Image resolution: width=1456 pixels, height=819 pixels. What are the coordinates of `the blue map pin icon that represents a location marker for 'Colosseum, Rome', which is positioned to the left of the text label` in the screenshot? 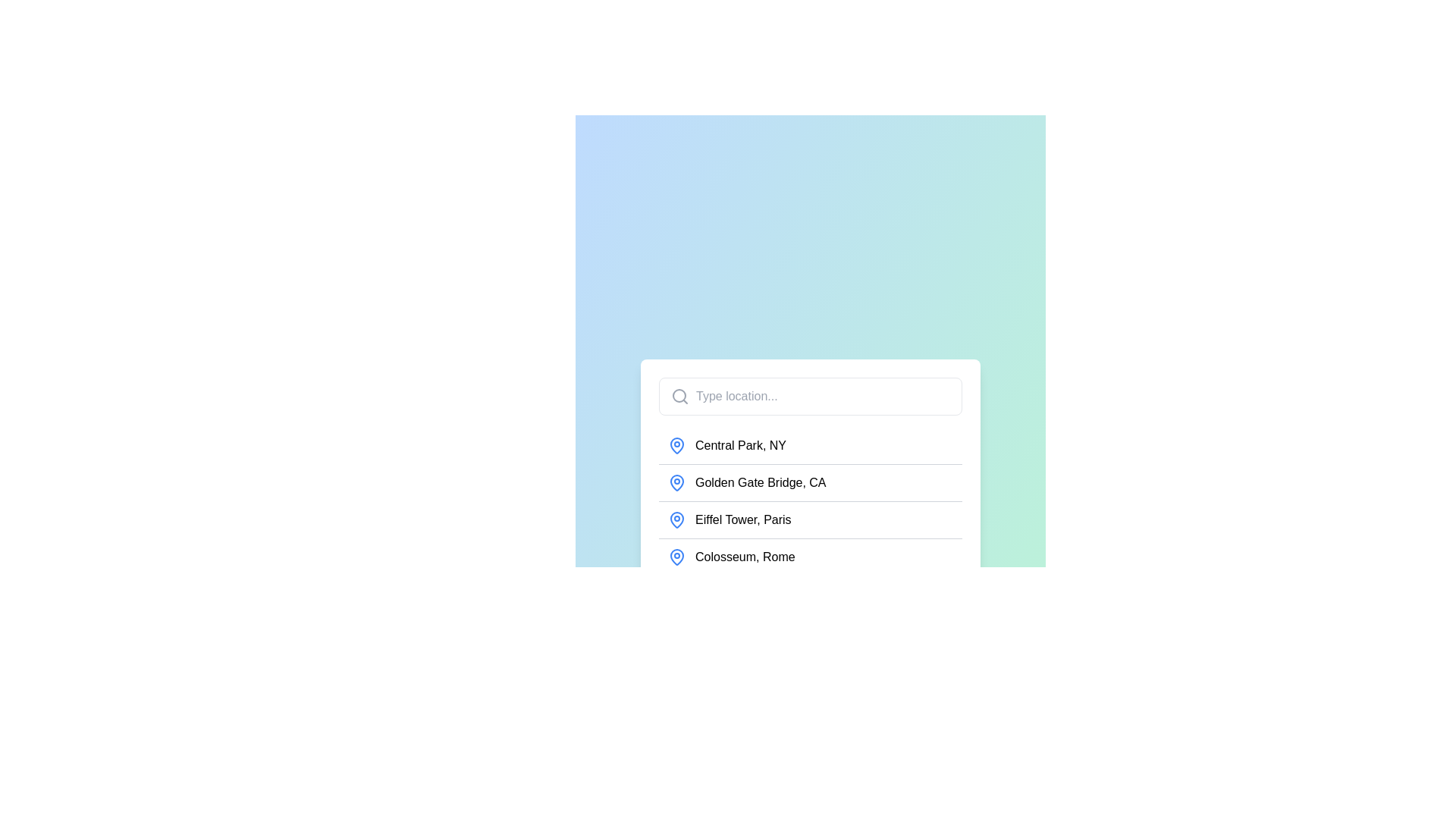 It's located at (676, 557).